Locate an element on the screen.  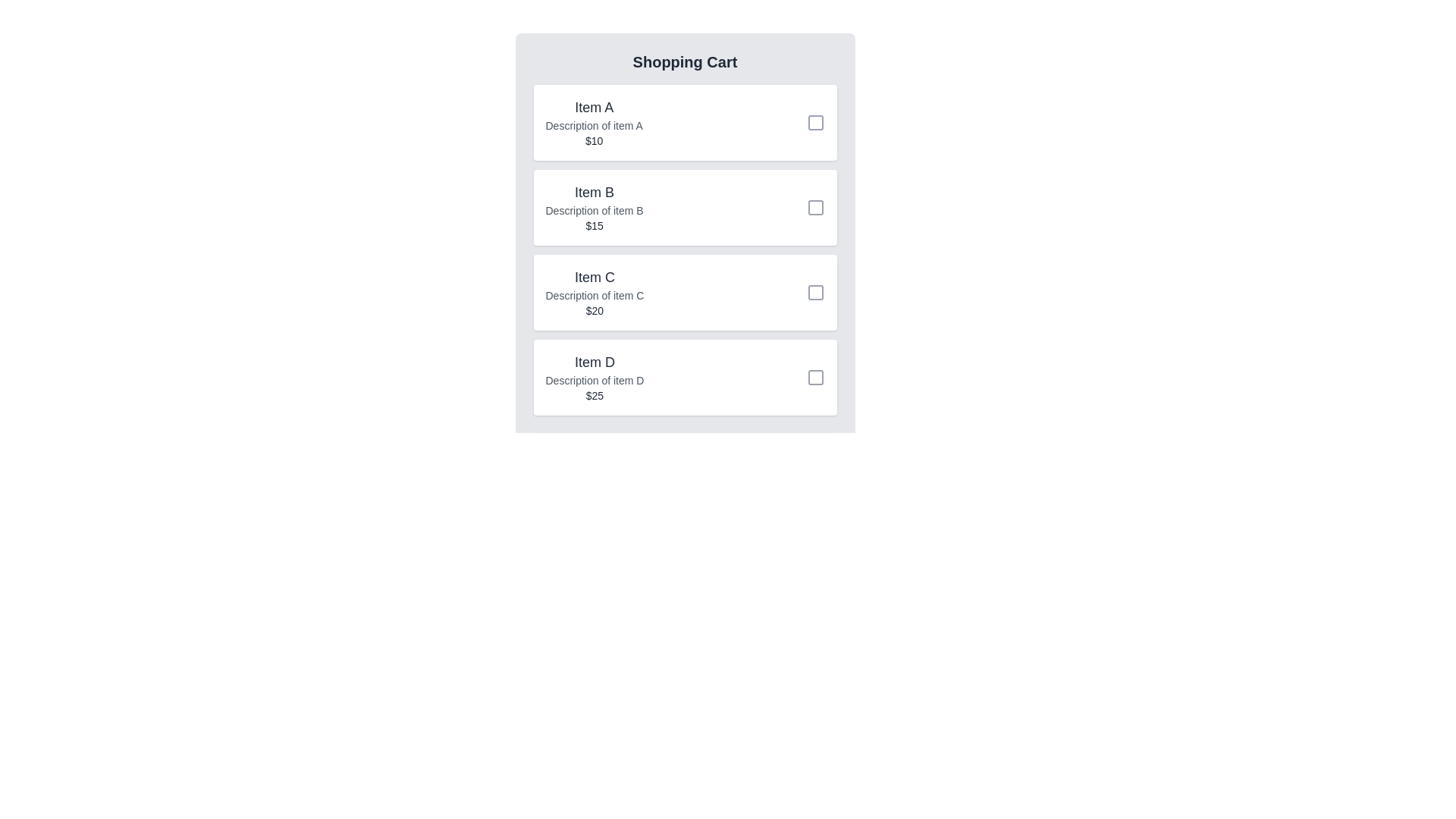
the interactive checkbox associated with 'Item D' located in the 'Shopping Cart' section, positioned is located at coordinates (814, 376).